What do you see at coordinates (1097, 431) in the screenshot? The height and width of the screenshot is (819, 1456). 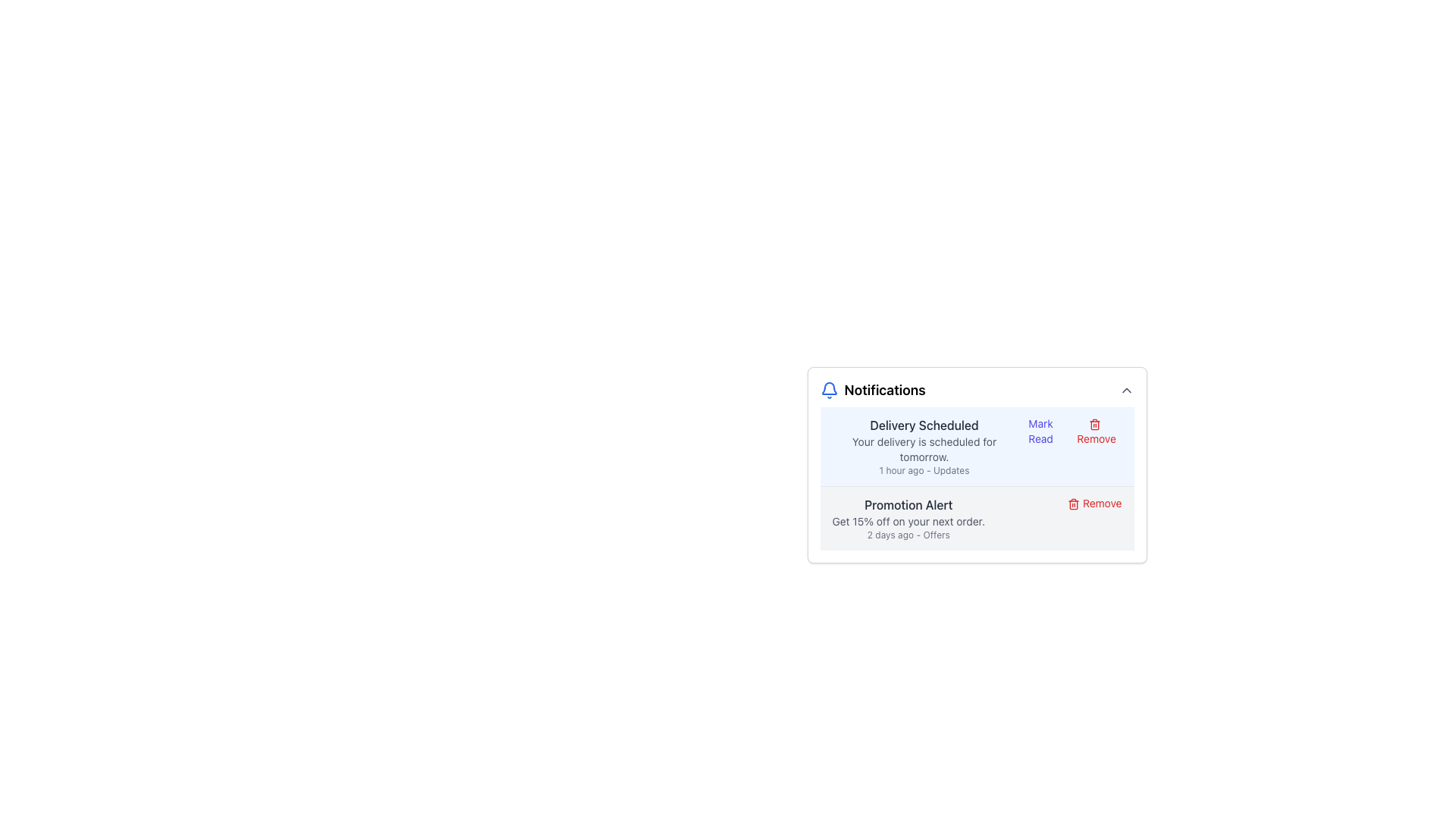 I see `the delete button located in the bottom-right corner of the notification message card` at bounding box center [1097, 431].